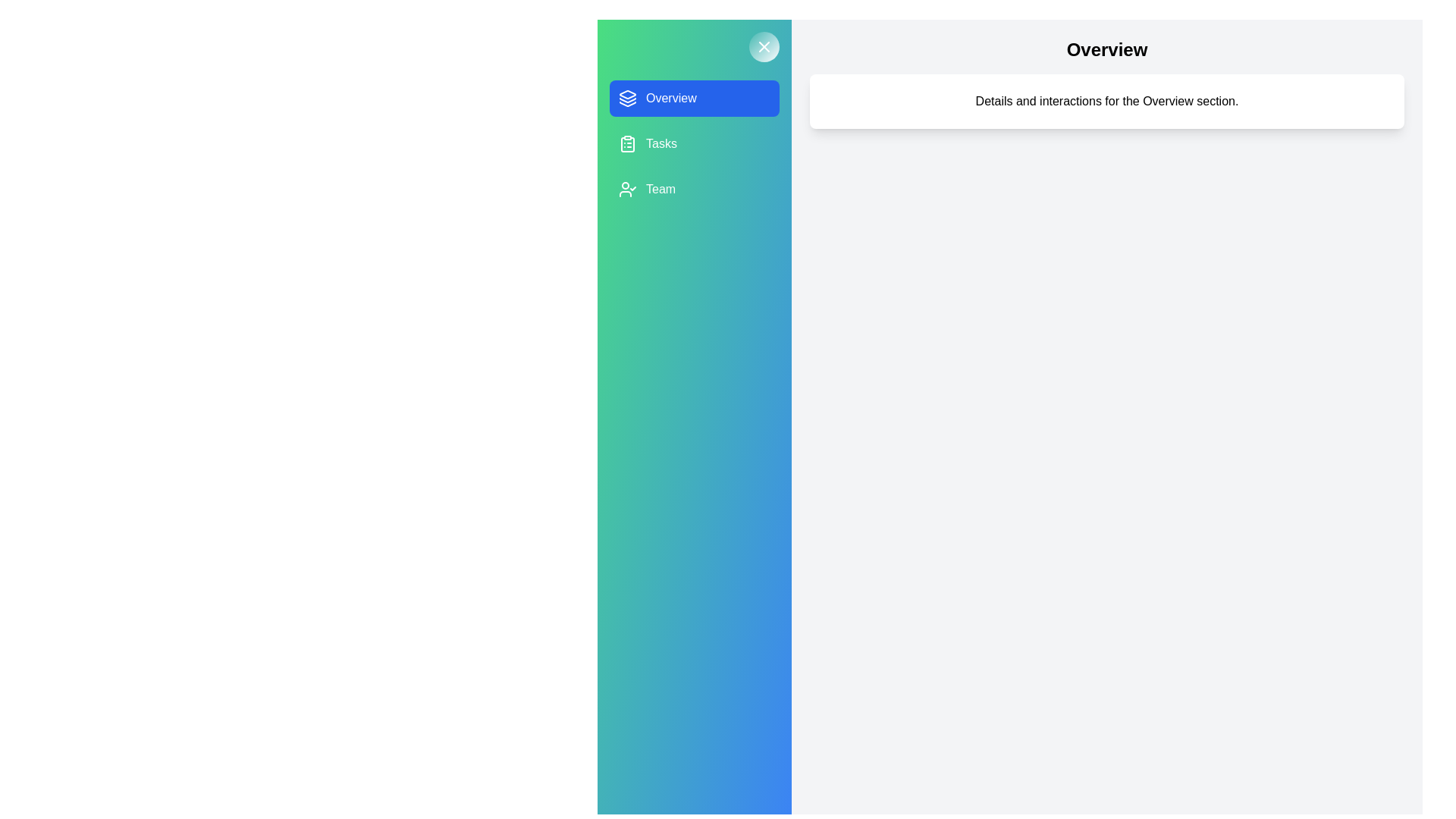  What do you see at coordinates (694, 143) in the screenshot?
I see `the project Tasks from the list` at bounding box center [694, 143].